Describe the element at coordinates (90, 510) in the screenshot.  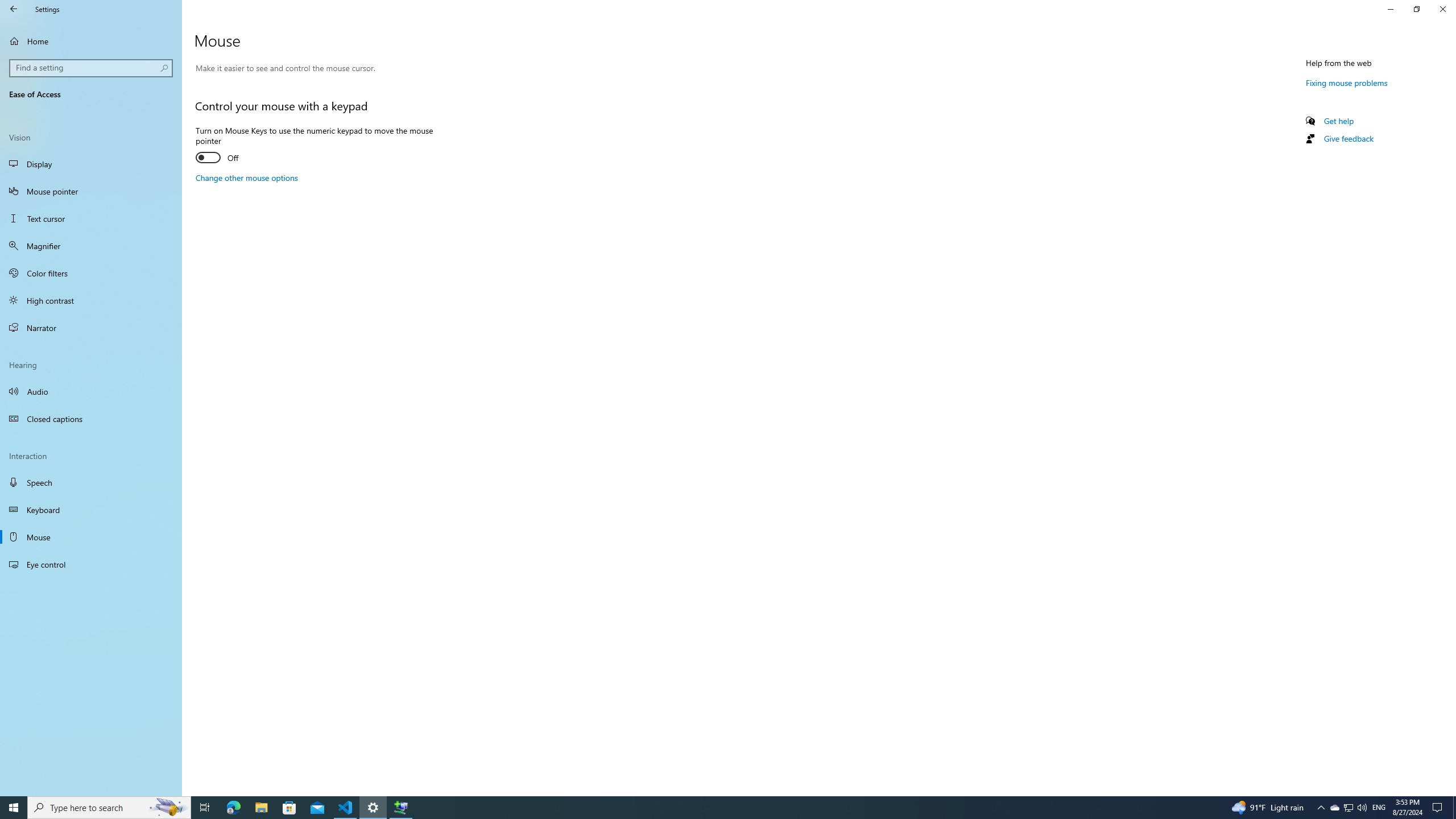
I see `'Keyboard'` at that location.